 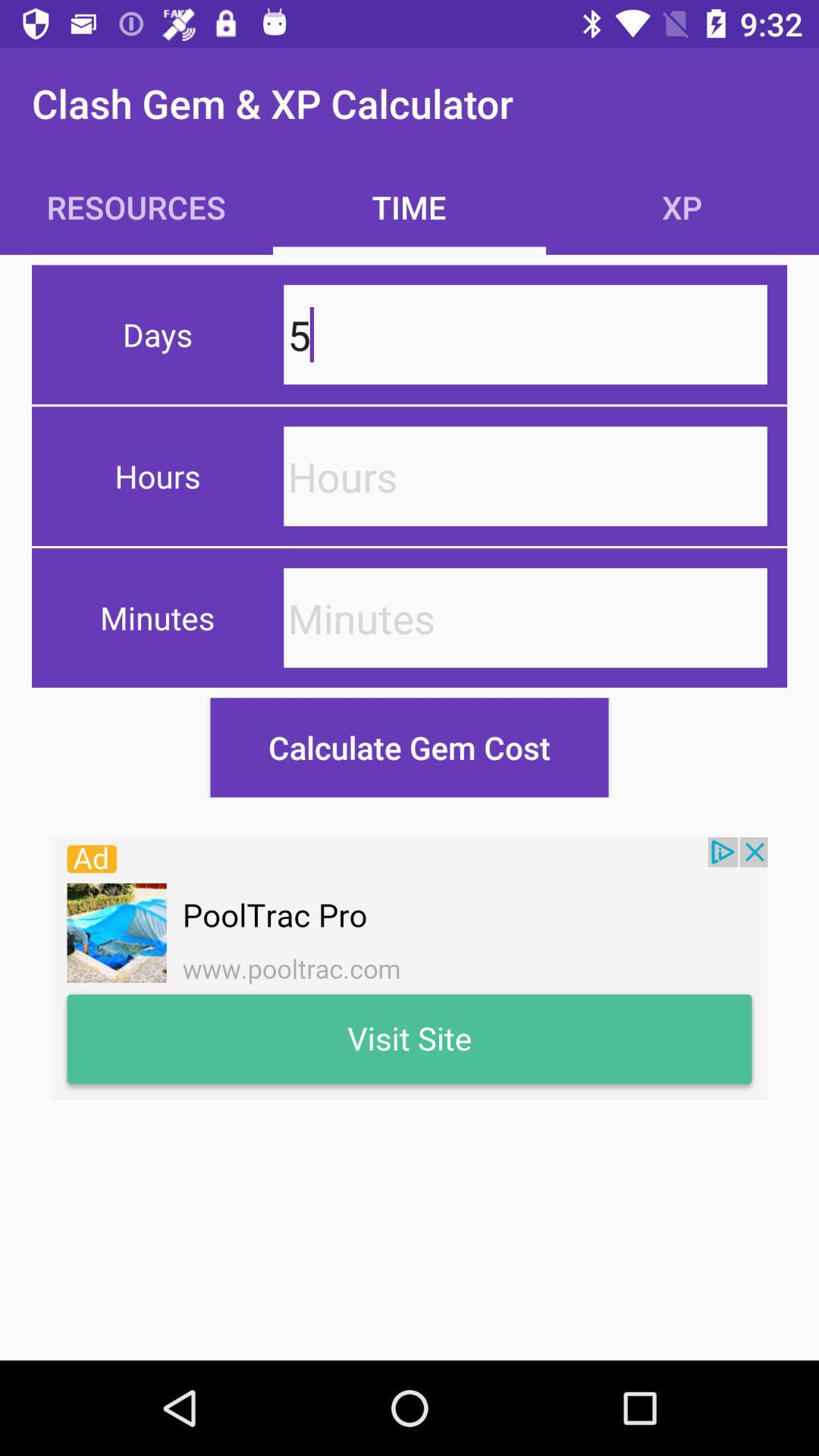 I want to click on advertising partner, so click(x=409, y=968).